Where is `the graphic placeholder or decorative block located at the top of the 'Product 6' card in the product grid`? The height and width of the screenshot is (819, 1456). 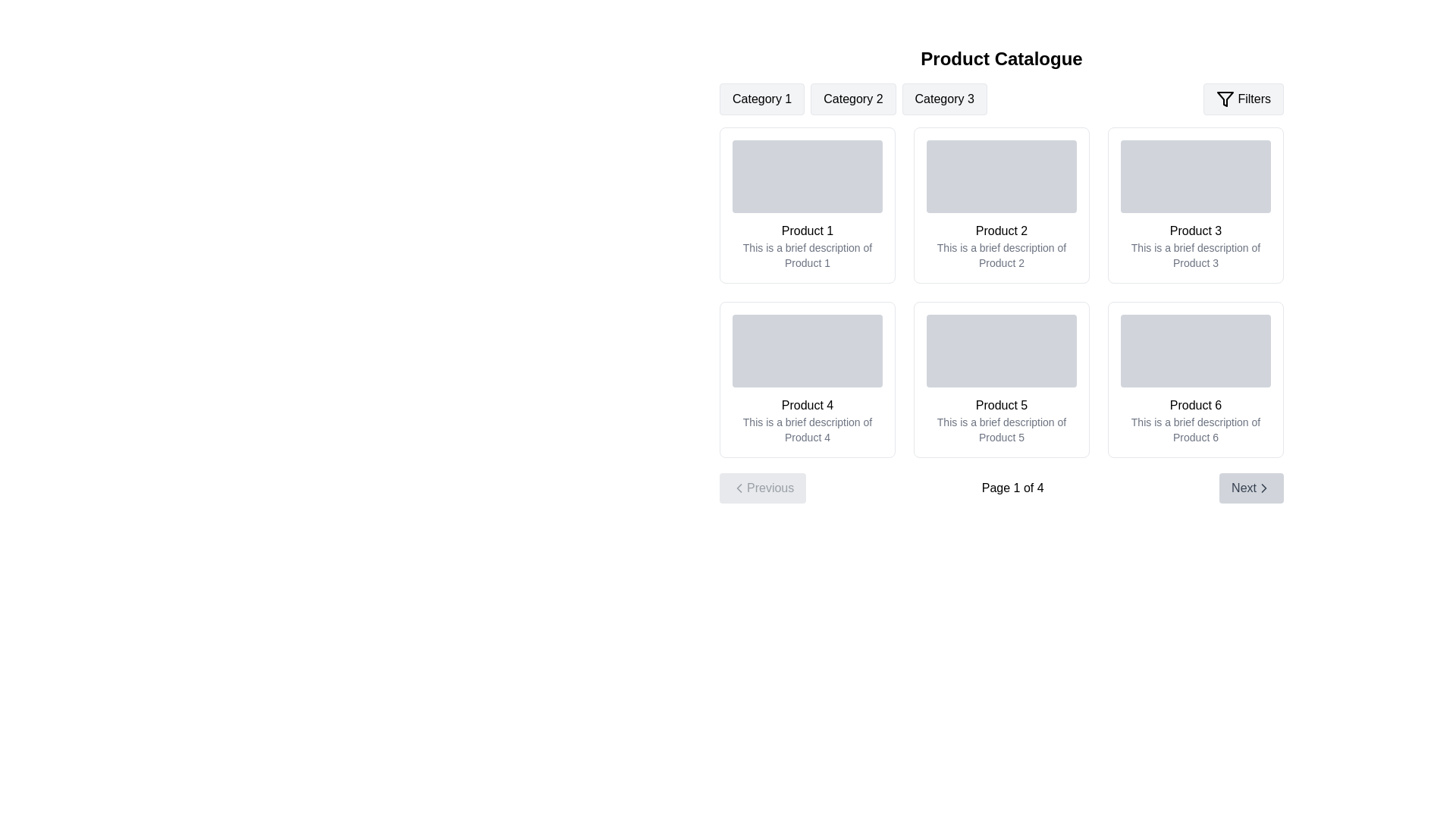 the graphic placeholder or decorative block located at the top of the 'Product 6' card in the product grid is located at coordinates (1195, 350).